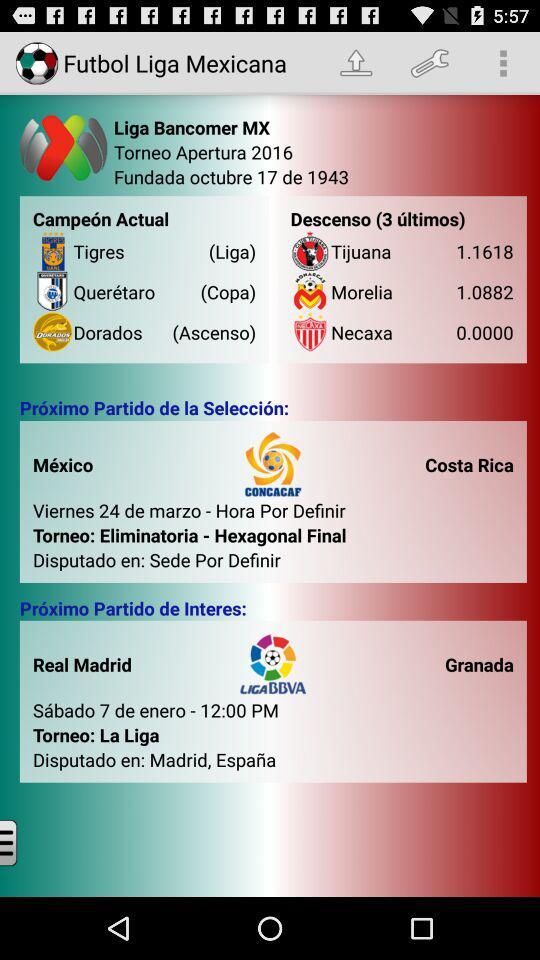 The height and width of the screenshot is (960, 540). What do you see at coordinates (272, 664) in the screenshot?
I see `image left to granada` at bounding box center [272, 664].